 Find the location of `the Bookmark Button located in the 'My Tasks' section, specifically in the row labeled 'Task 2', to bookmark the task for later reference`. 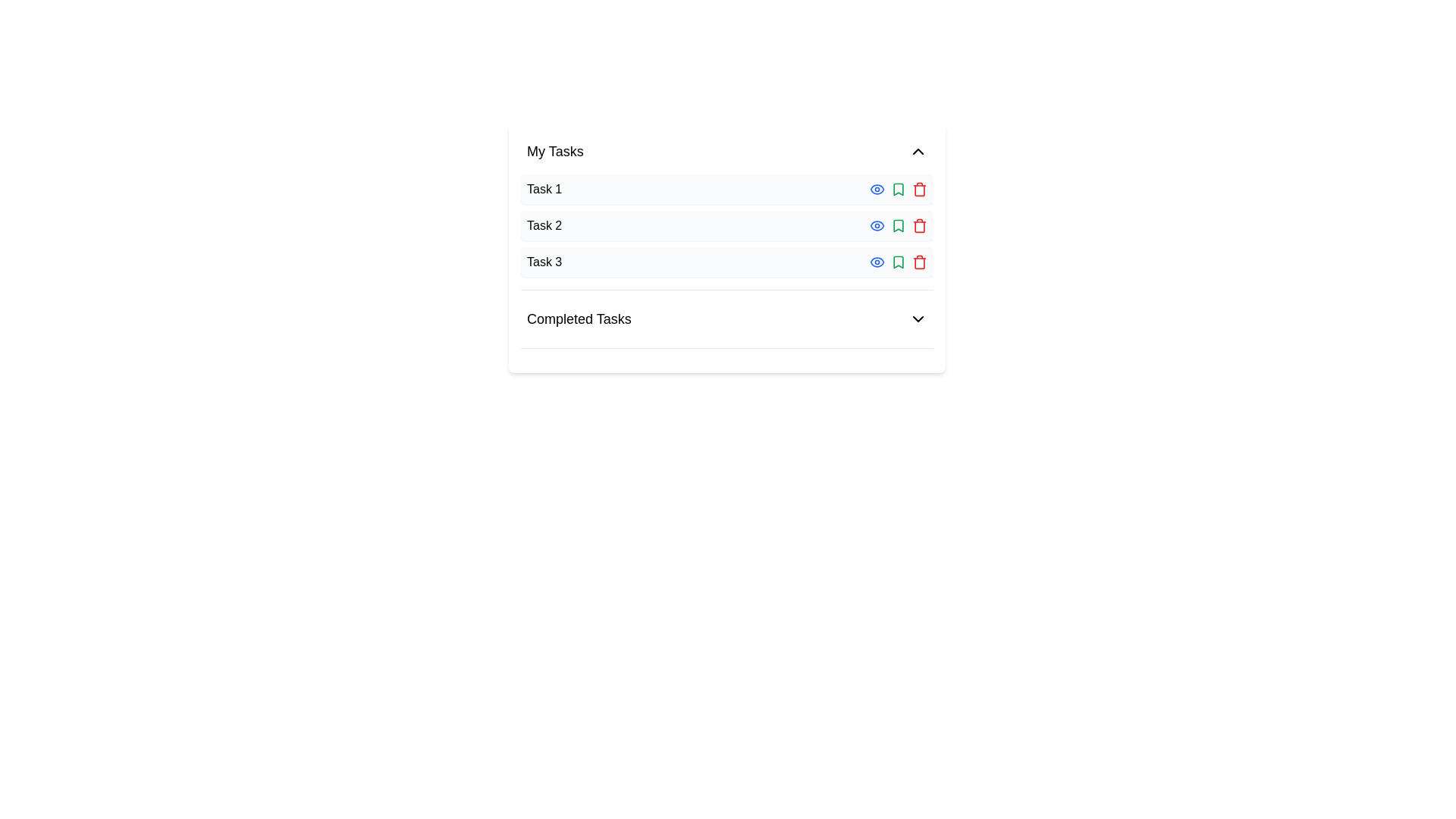

the Bookmark Button located in the 'My Tasks' section, specifically in the row labeled 'Task 2', to bookmark the task for later reference is located at coordinates (899, 225).